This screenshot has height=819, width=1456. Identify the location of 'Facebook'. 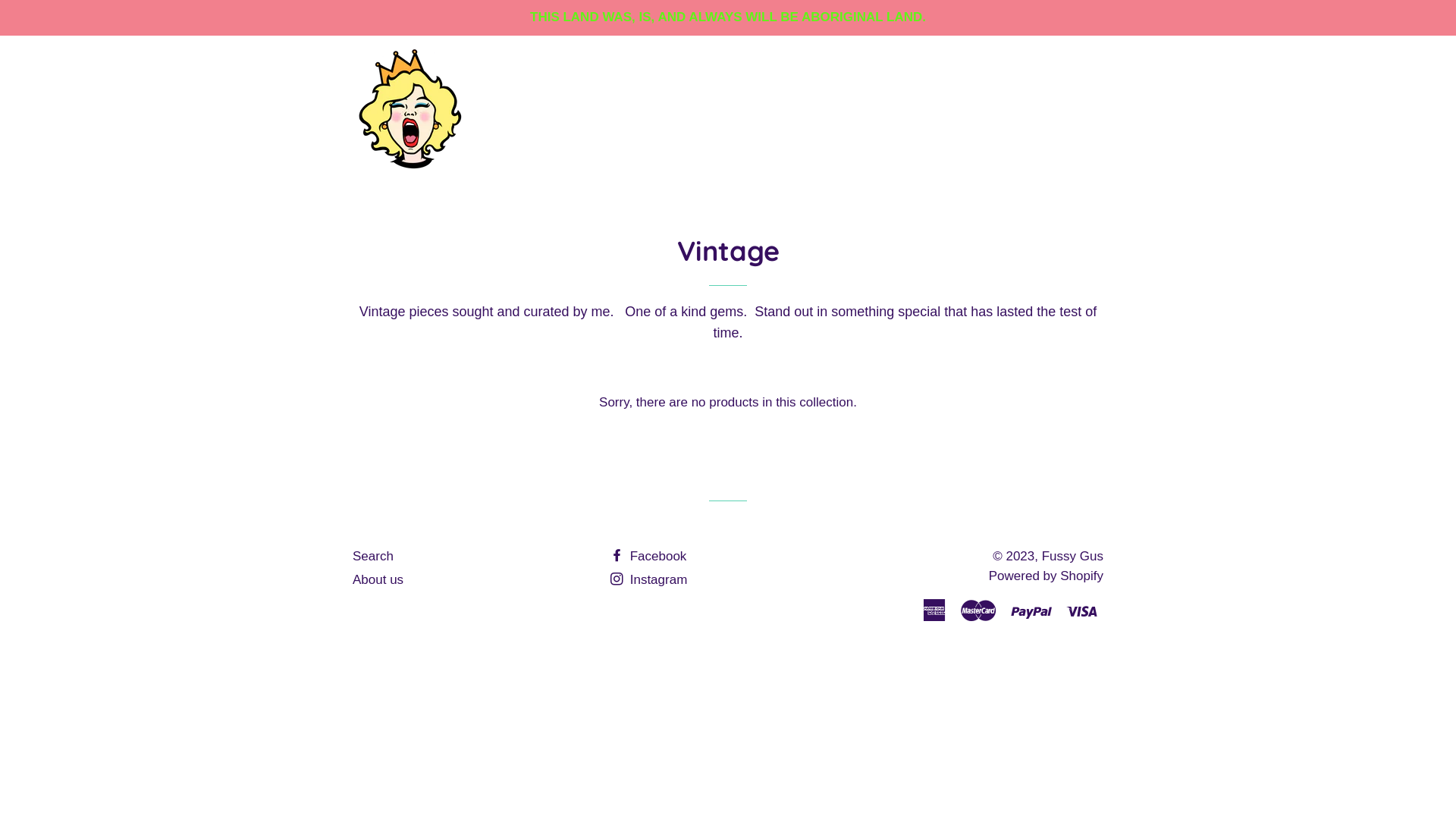
(648, 556).